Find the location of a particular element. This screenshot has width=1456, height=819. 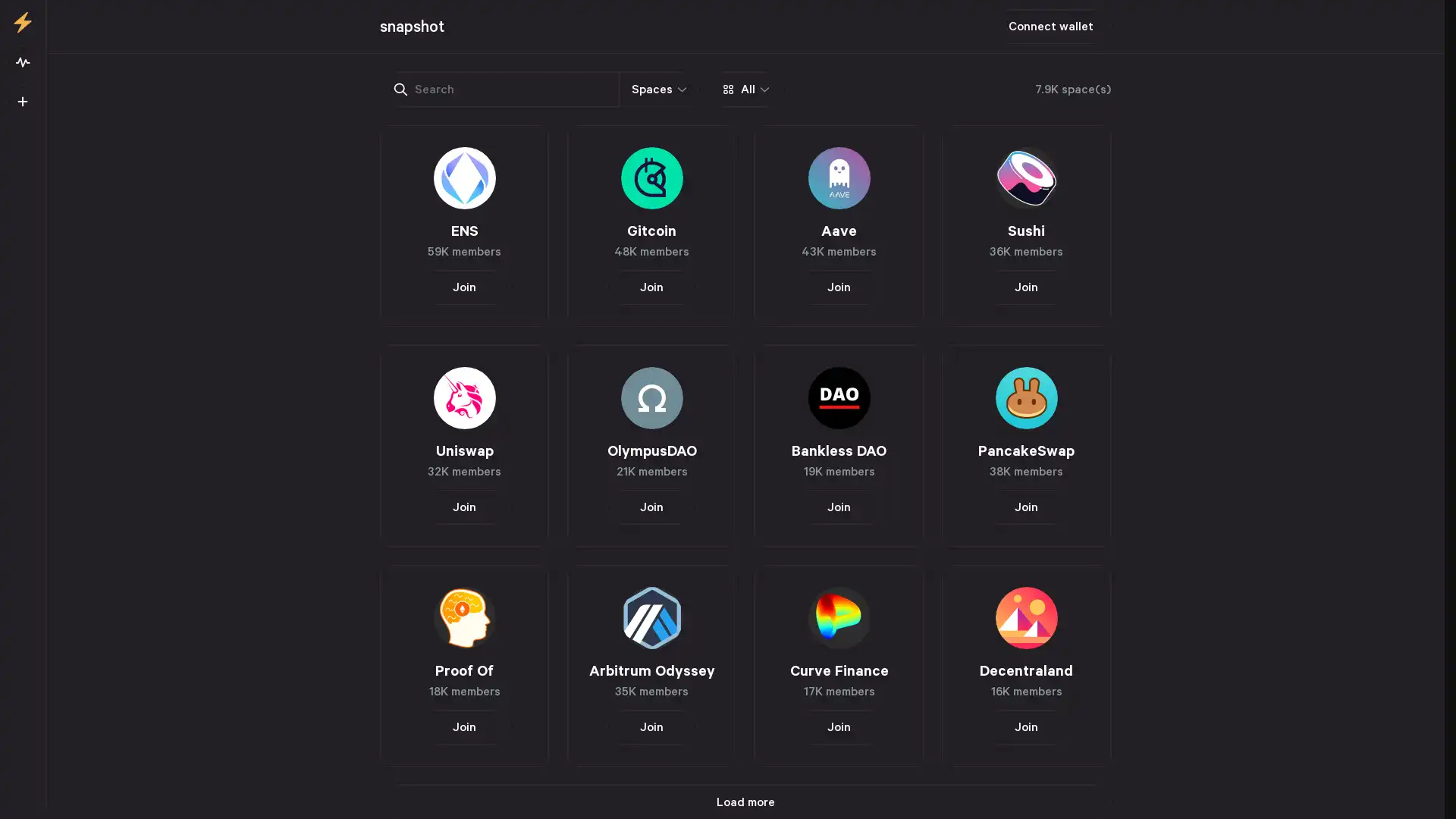

Join is located at coordinates (1026, 507).